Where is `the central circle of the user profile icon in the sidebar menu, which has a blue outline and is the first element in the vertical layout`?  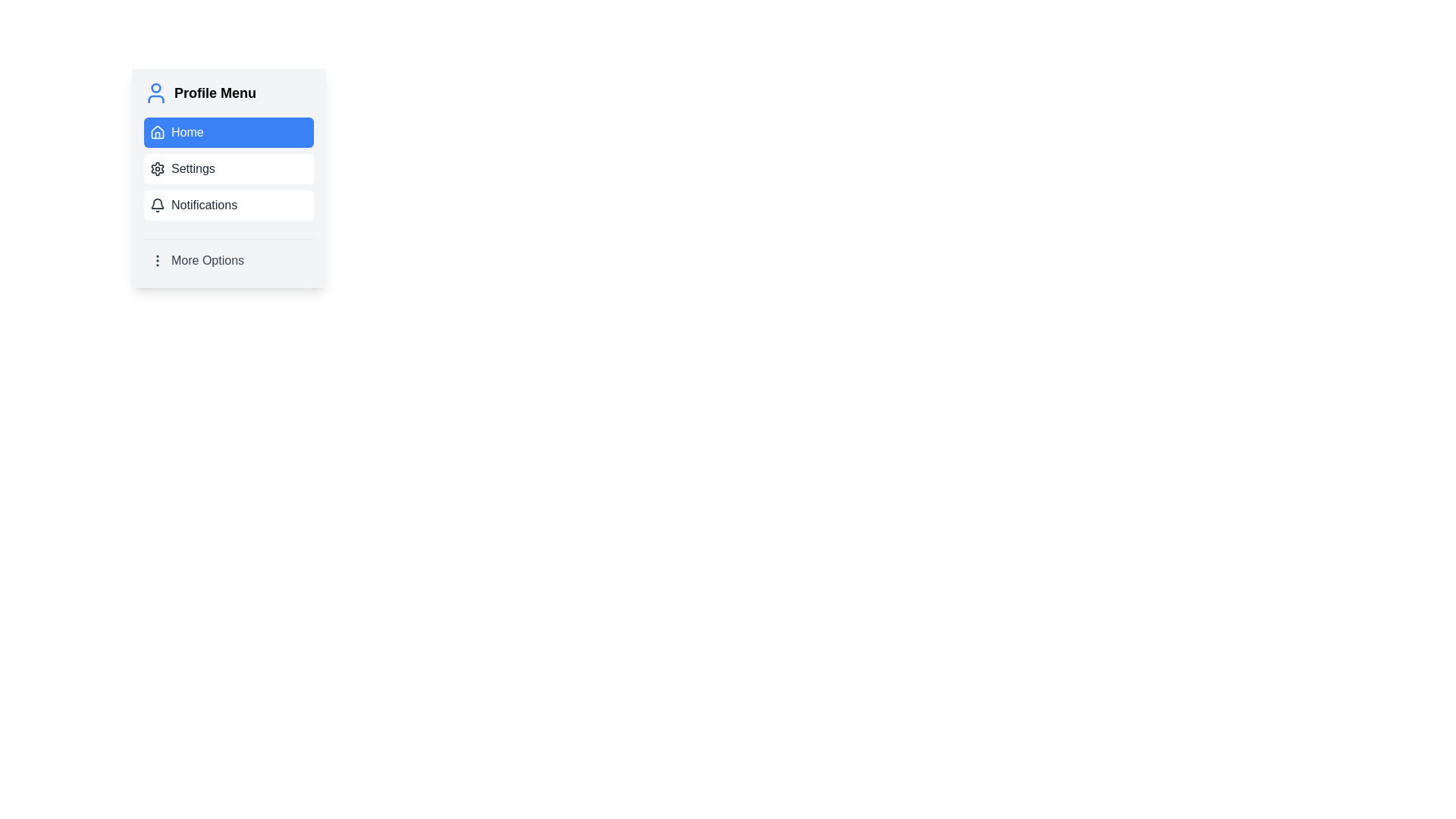
the central circle of the user profile icon in the sidebar menu, which has a blue outline and is the first element in the vertical layout is located at coordinates (156, 87).